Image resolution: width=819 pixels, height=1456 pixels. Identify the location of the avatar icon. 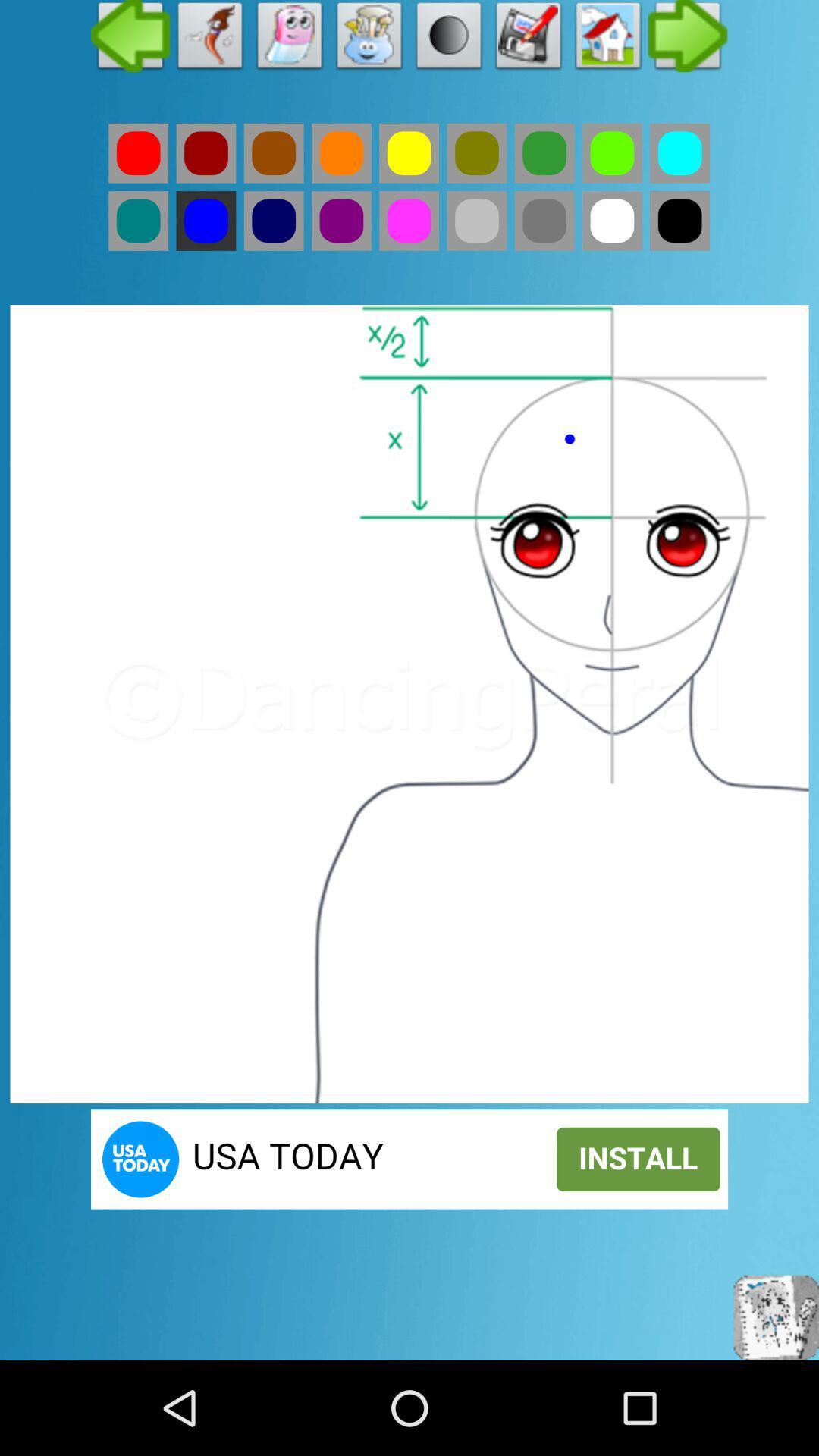
(679, 164).